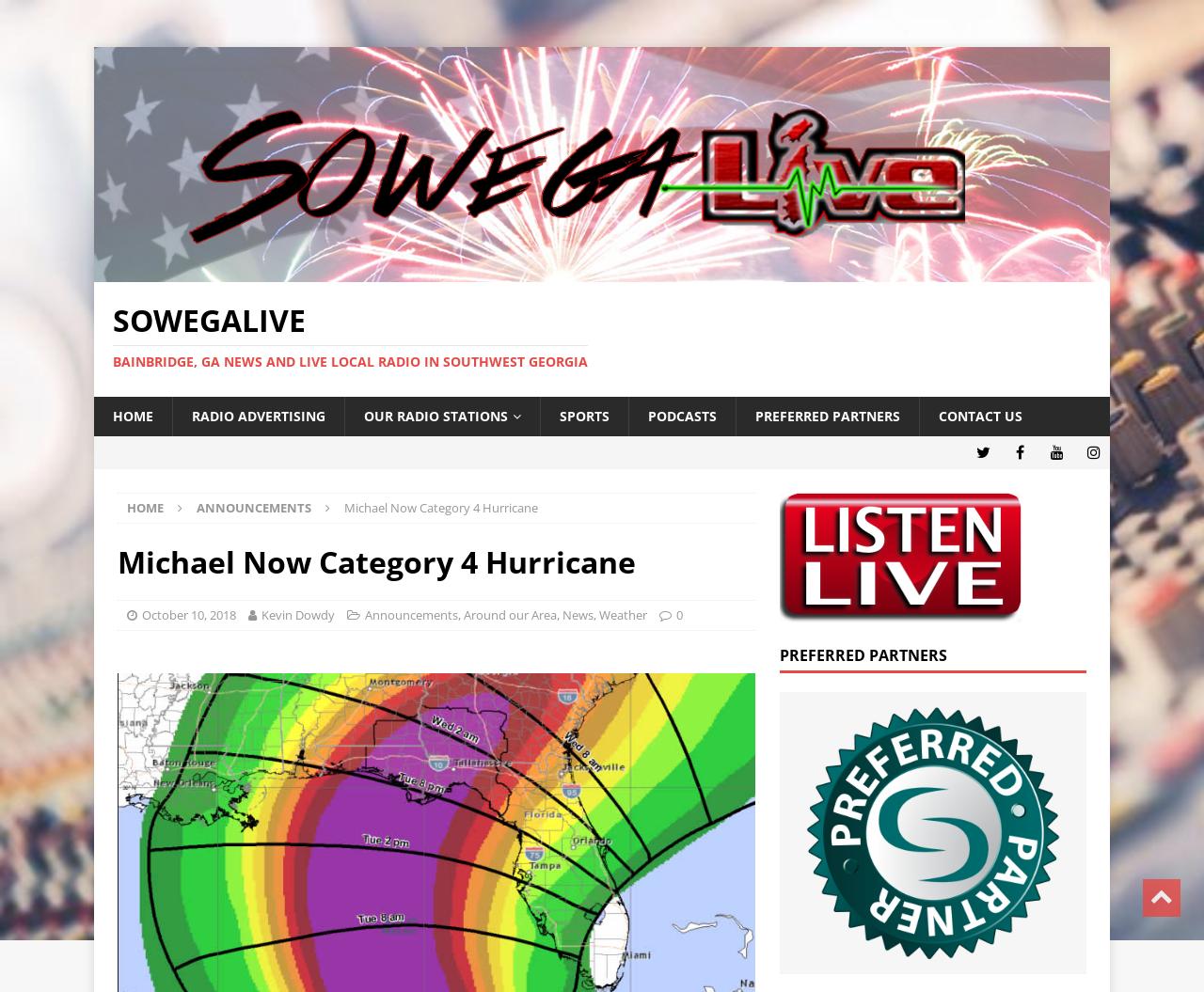 This screenshot has height=992, width=1204. Describe the element at coordinates (577, 613) in the screenshot. I see `'News'` at that location.